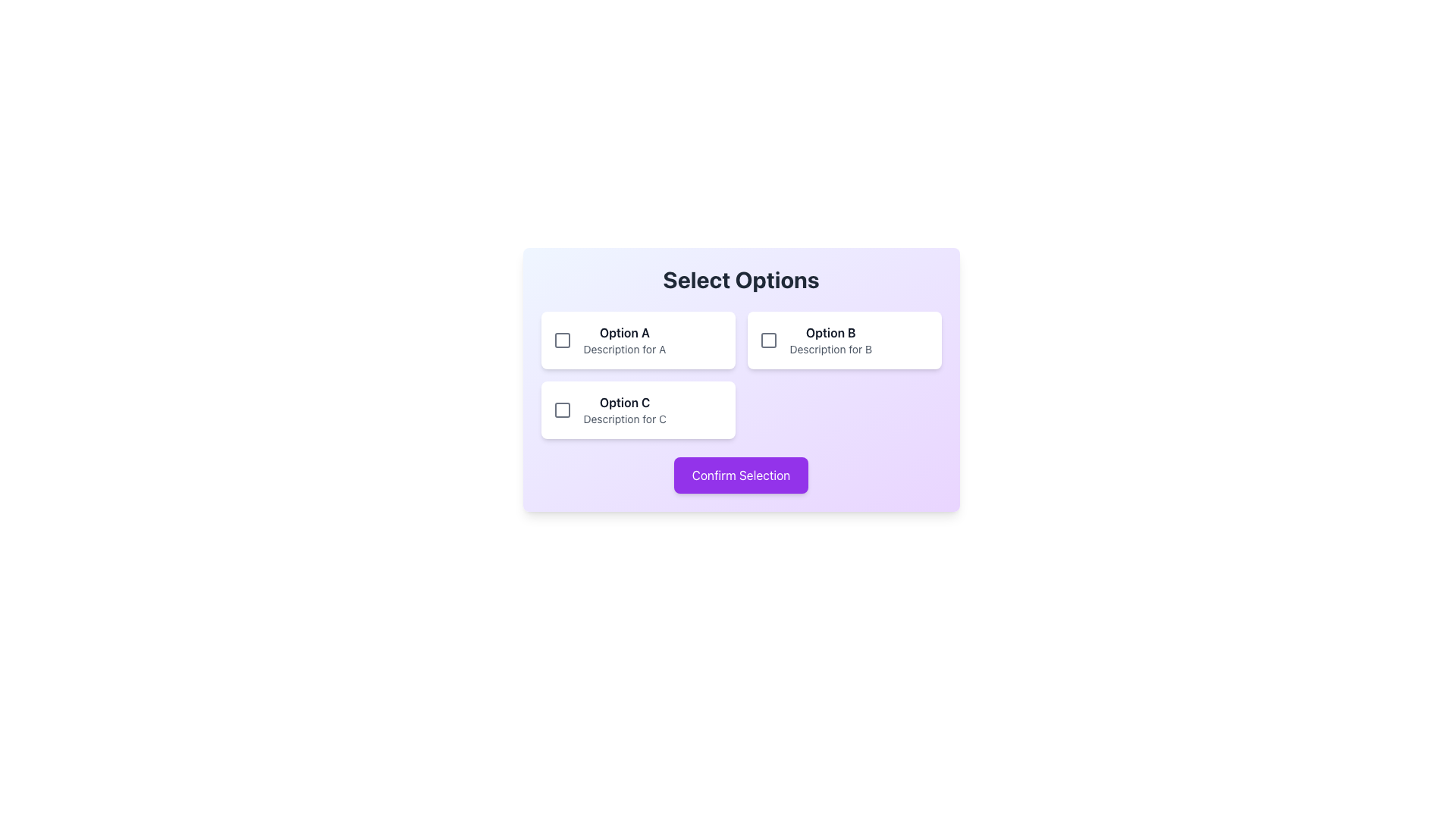  I want to click on the checkbox for 'Option B', so click(768, 339).